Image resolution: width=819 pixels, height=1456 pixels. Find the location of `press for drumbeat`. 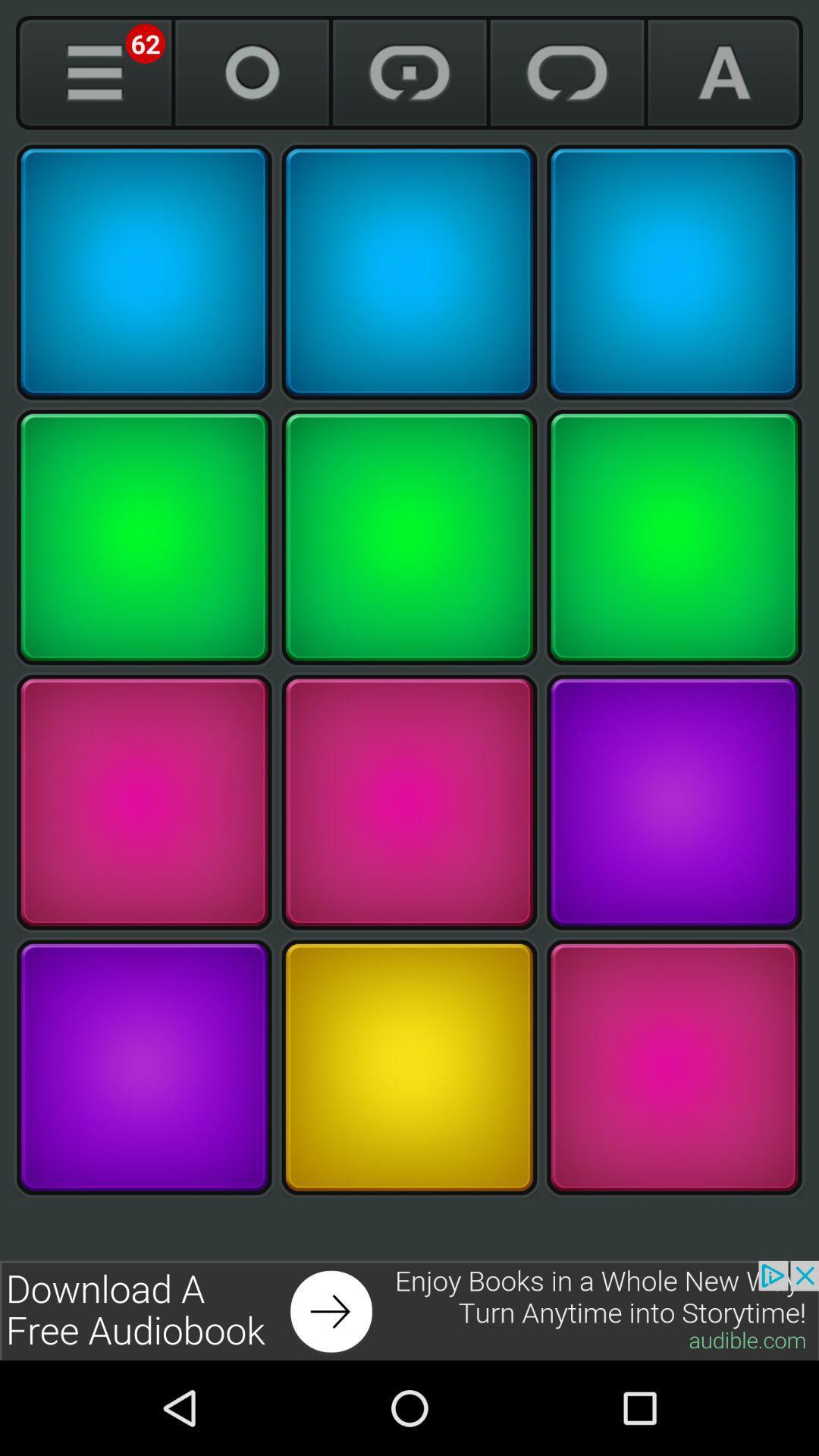

press for drumbeat is located at coordinates (409, 1066).